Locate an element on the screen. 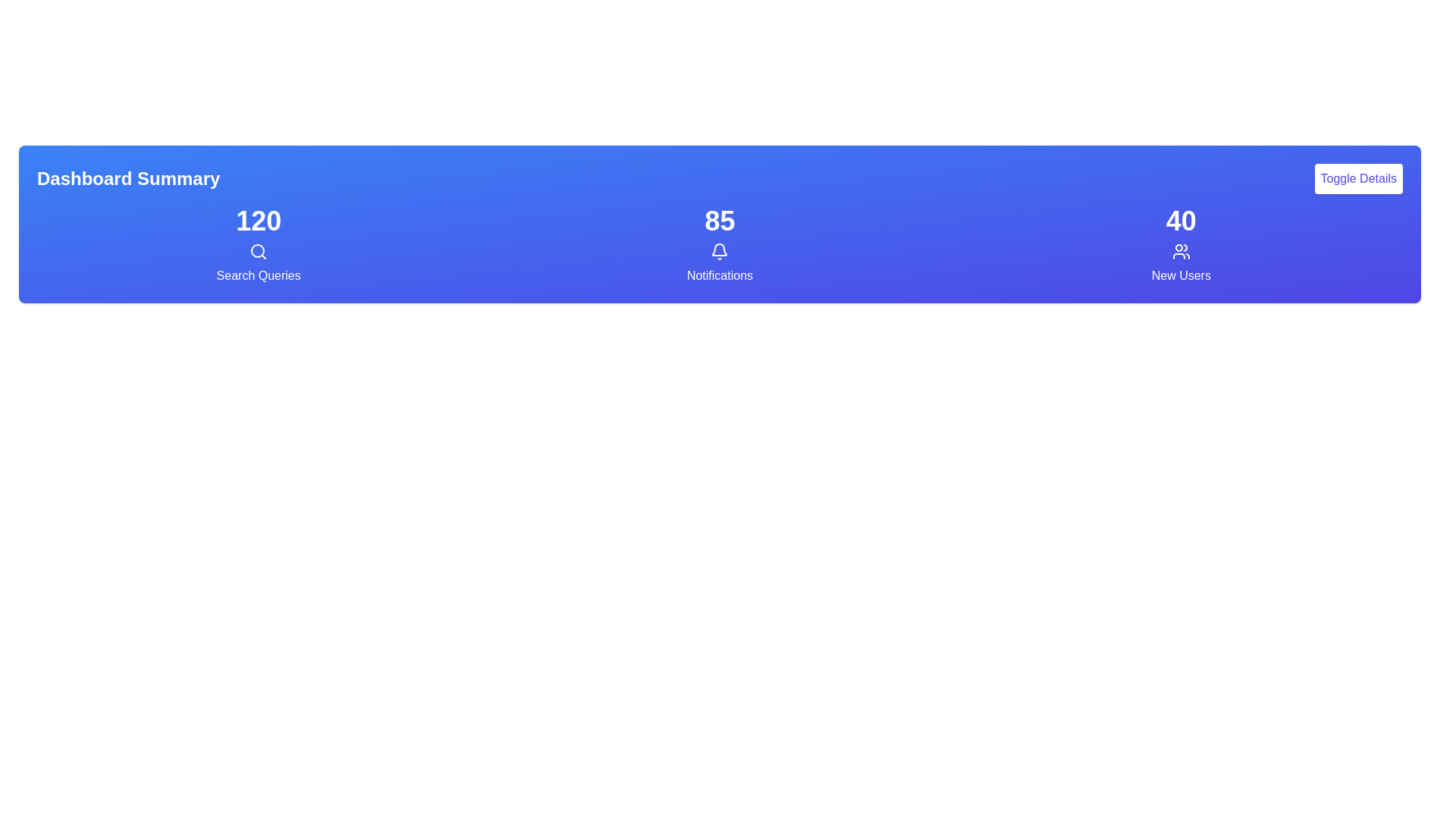 This screenshot has width=1456, height=819. the decorative icon symbolizing the 'New Users' statistic, located below the text '40' and above the label 'New Users' in the rightmost information card of the dashboard is located at coordinates (1180, 250).